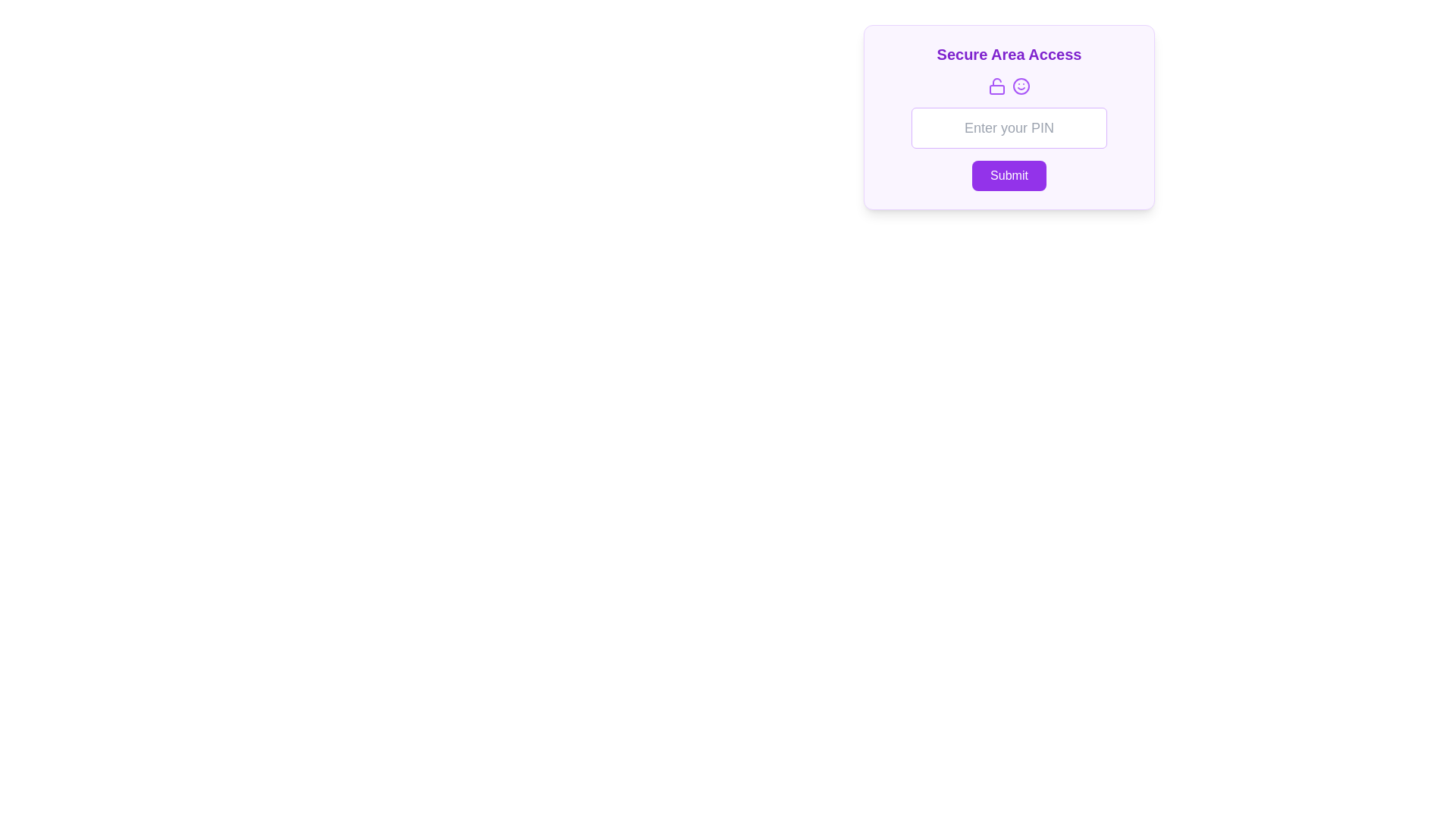  What do you see at coordinates (997, 89) in the screenshot?
I see `the body of the lock icon, which is part of an SVG graphical element representing a secured state in the UI` at bounding box center [997, 89].